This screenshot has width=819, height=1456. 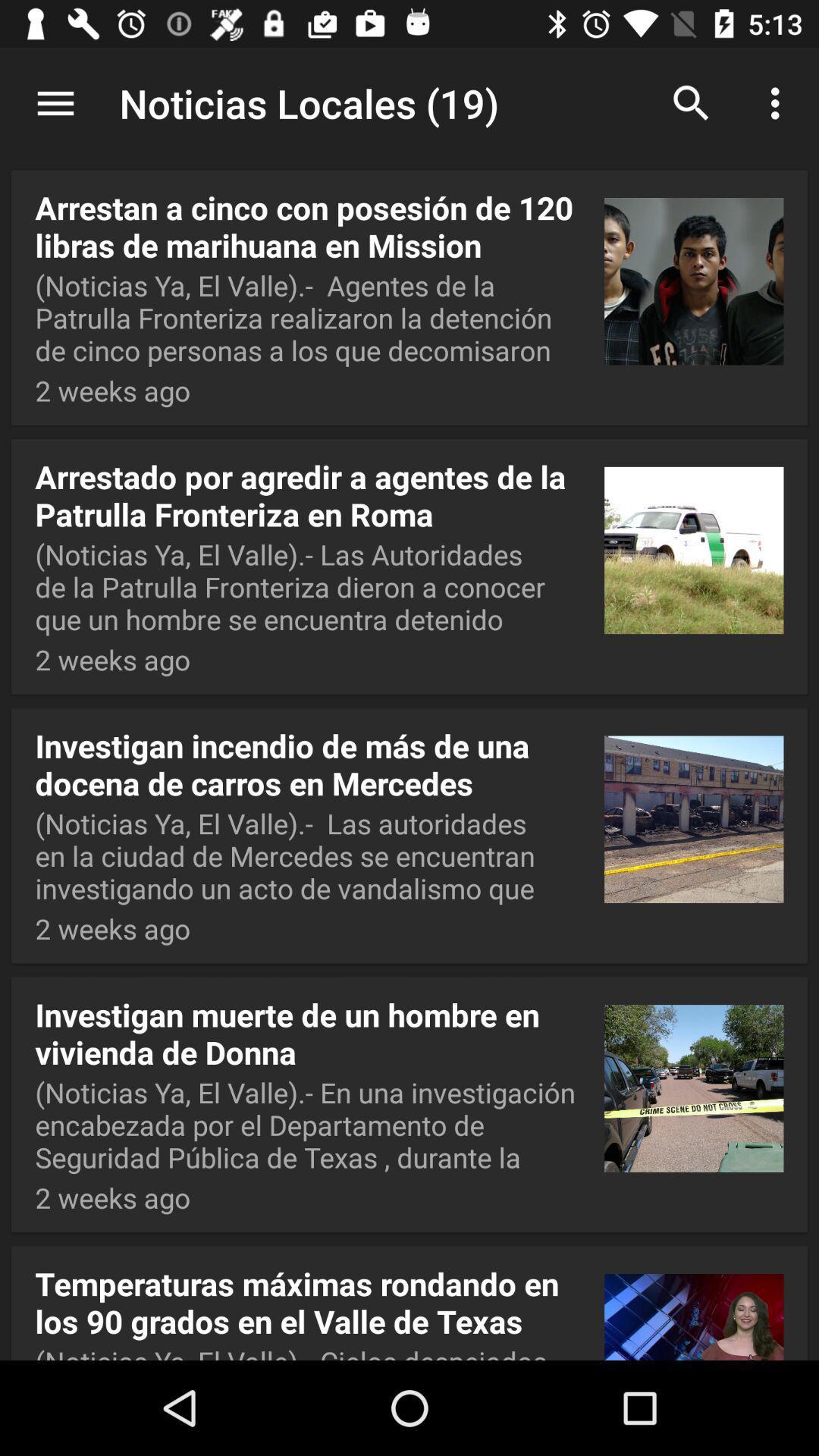 I want to click on the icon next to noticias locales (19) item, so click(x=691, y=102).